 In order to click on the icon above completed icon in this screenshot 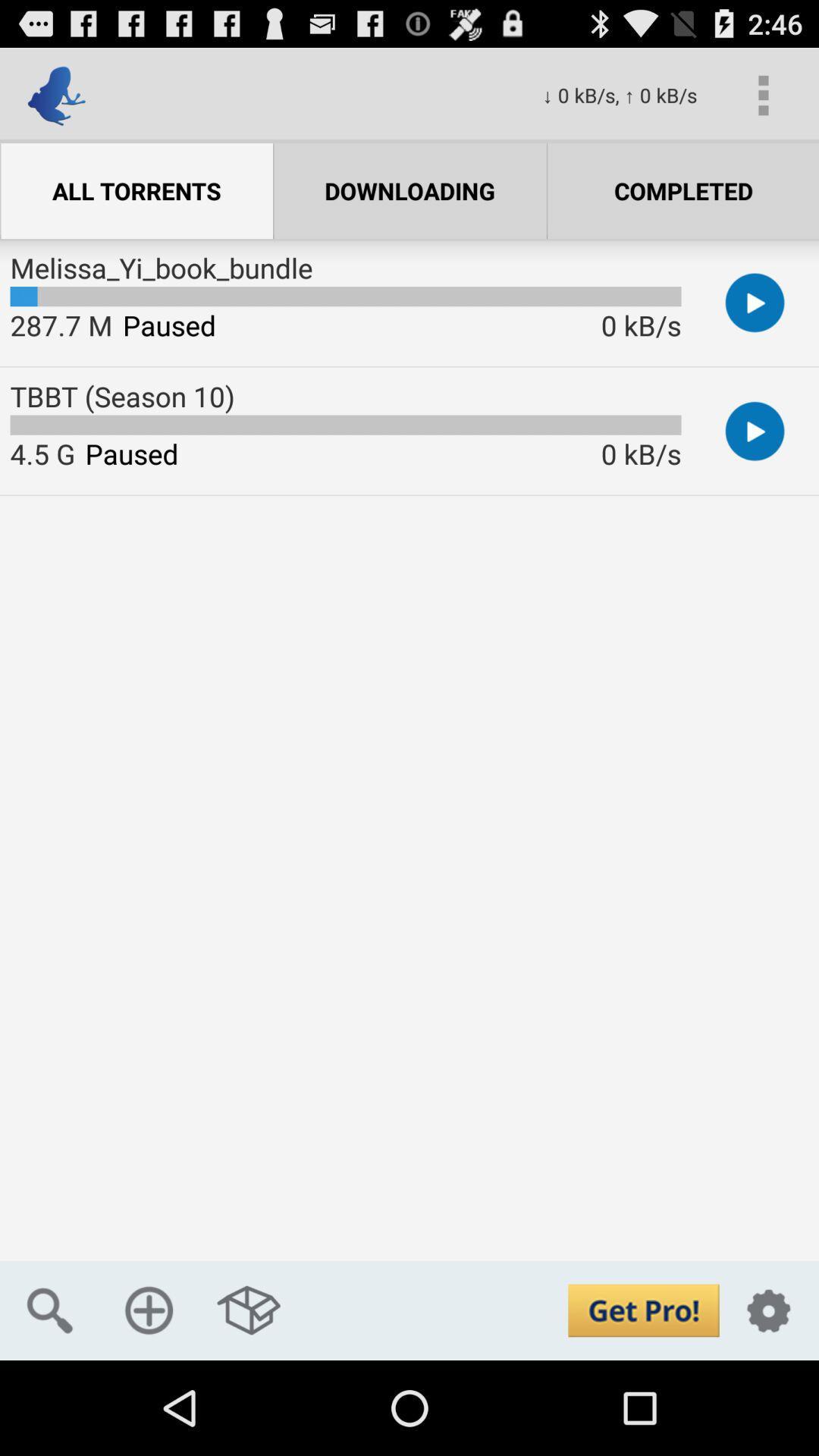, I will do `click(763, 94)`.